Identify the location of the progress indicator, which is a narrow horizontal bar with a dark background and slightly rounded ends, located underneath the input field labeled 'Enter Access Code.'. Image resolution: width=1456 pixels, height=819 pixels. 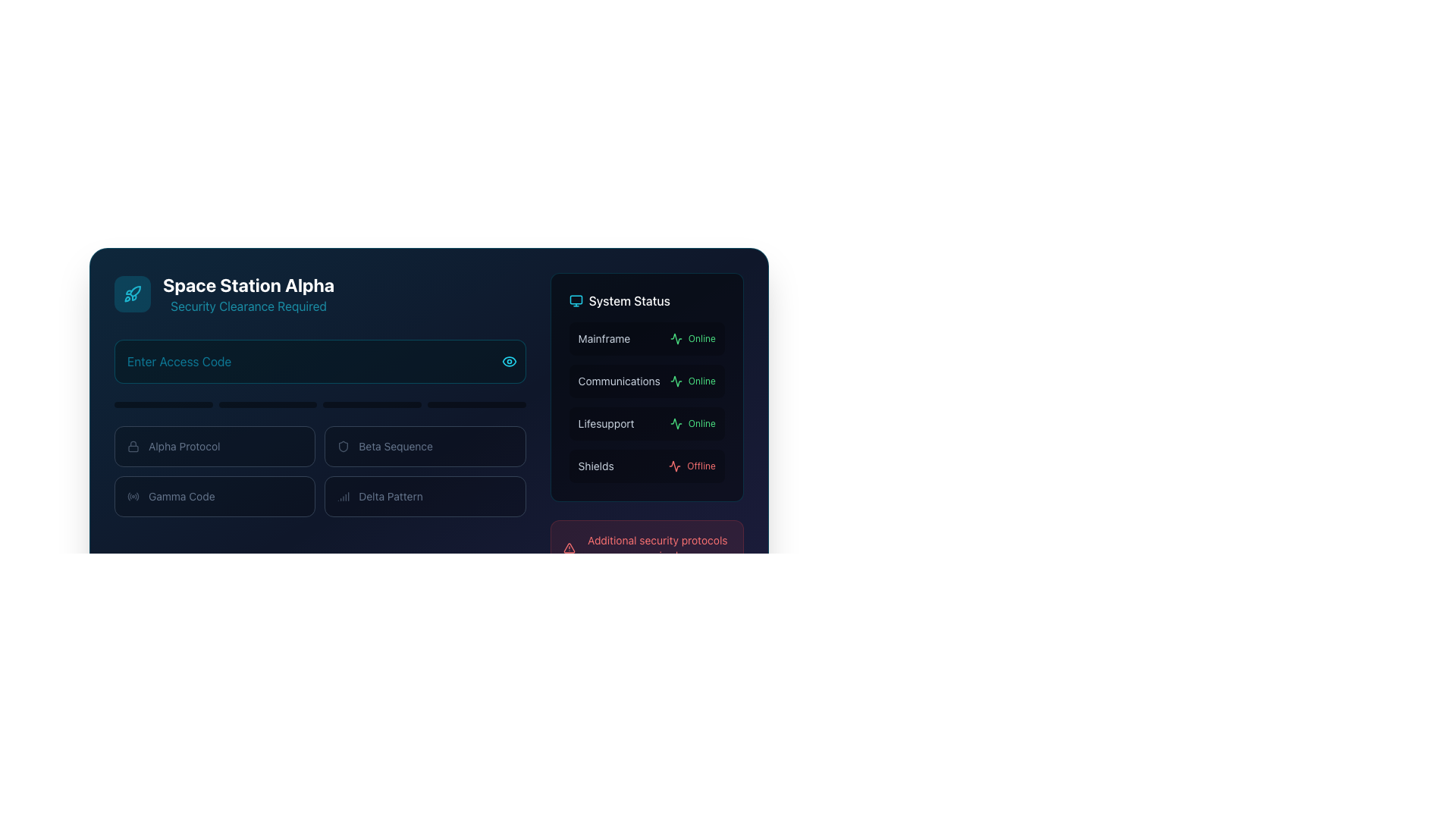
(475, 403).